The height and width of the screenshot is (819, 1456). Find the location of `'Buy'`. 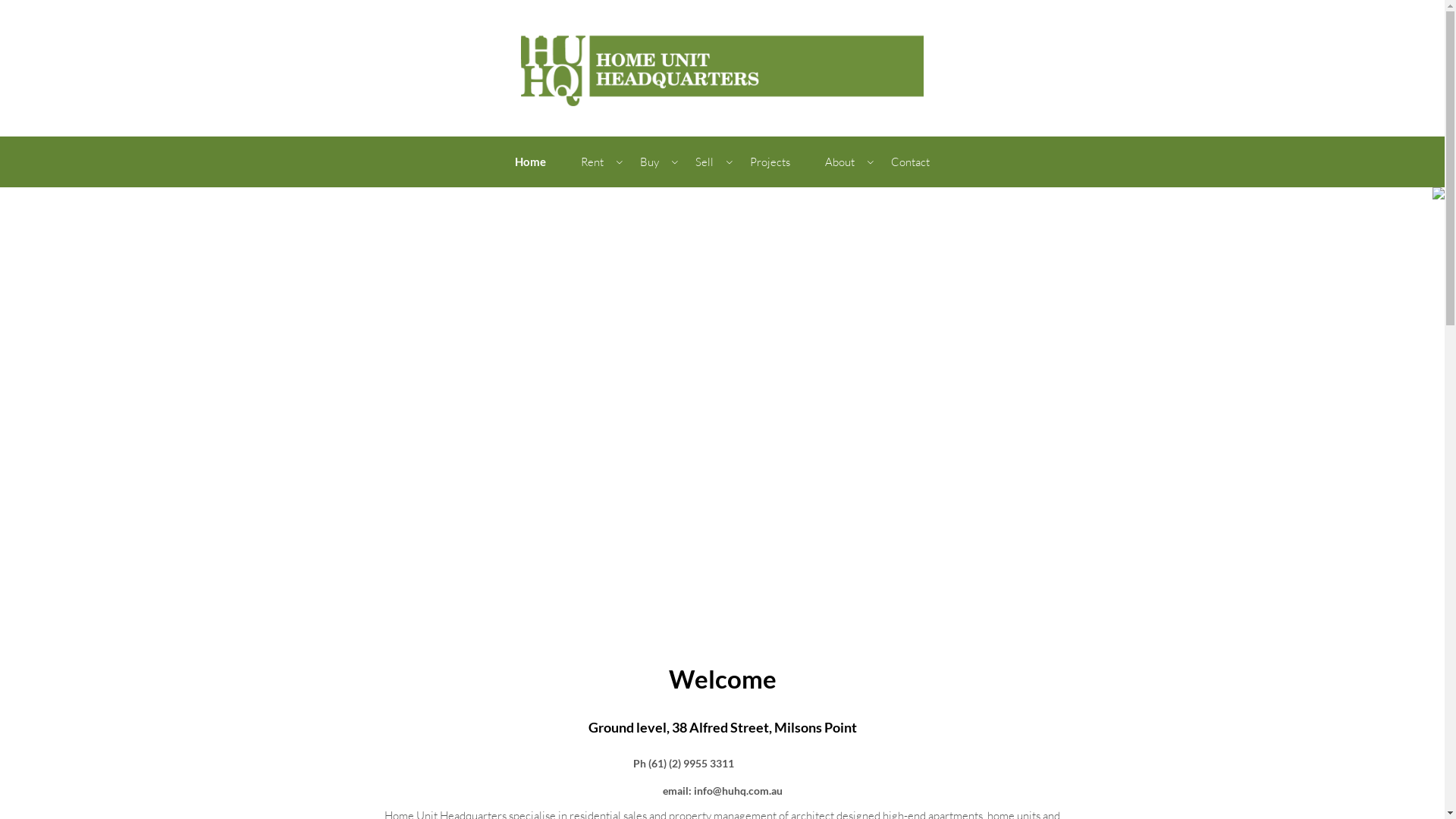

'Buy' is located at coordinates (650, 162).